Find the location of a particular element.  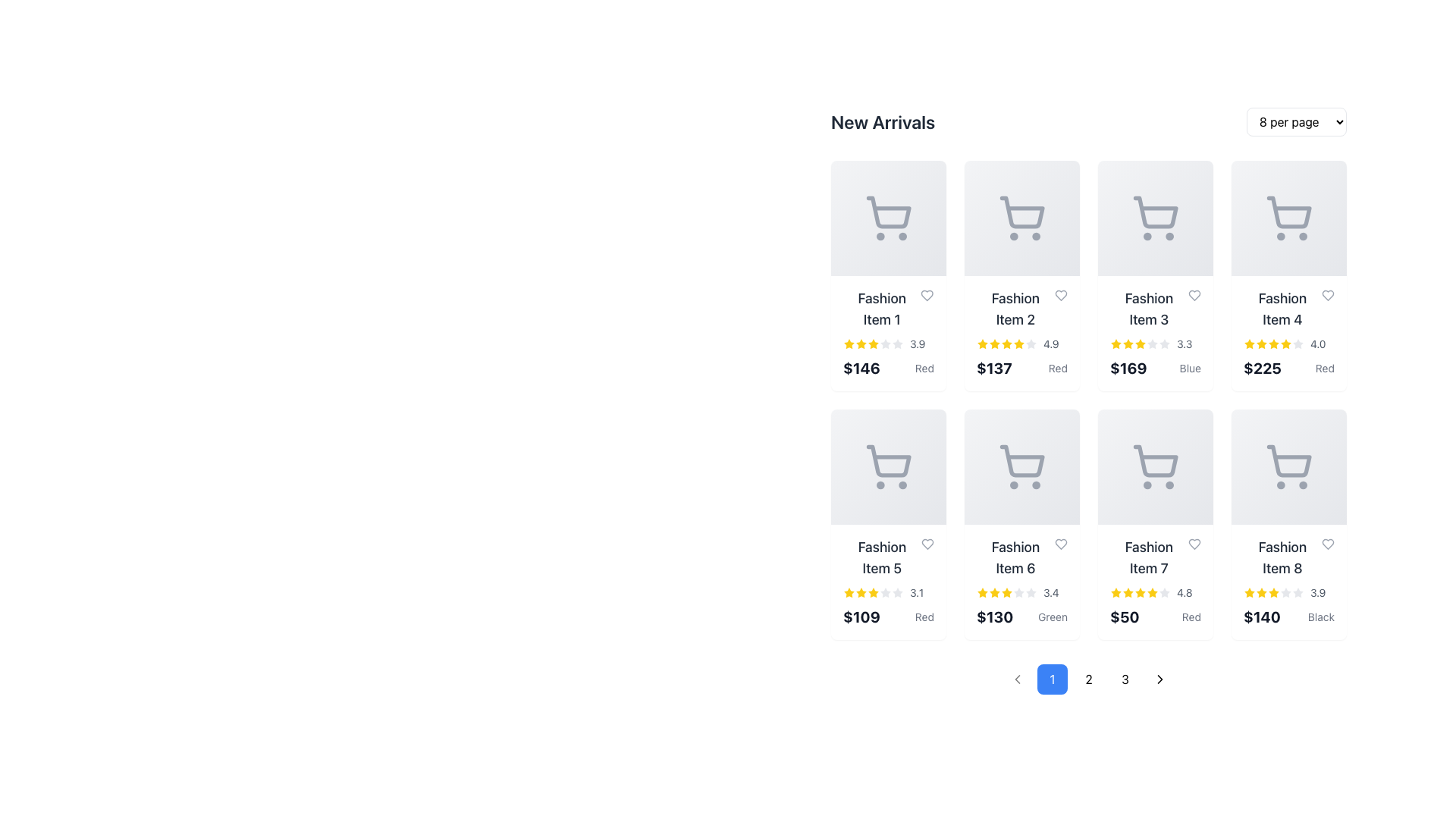

the star icon representing the rating for the 'Fashion Item 4' product in the 'New Arrivals' grid to interpret its quality or popularity is located at coordinates (1298, 344).